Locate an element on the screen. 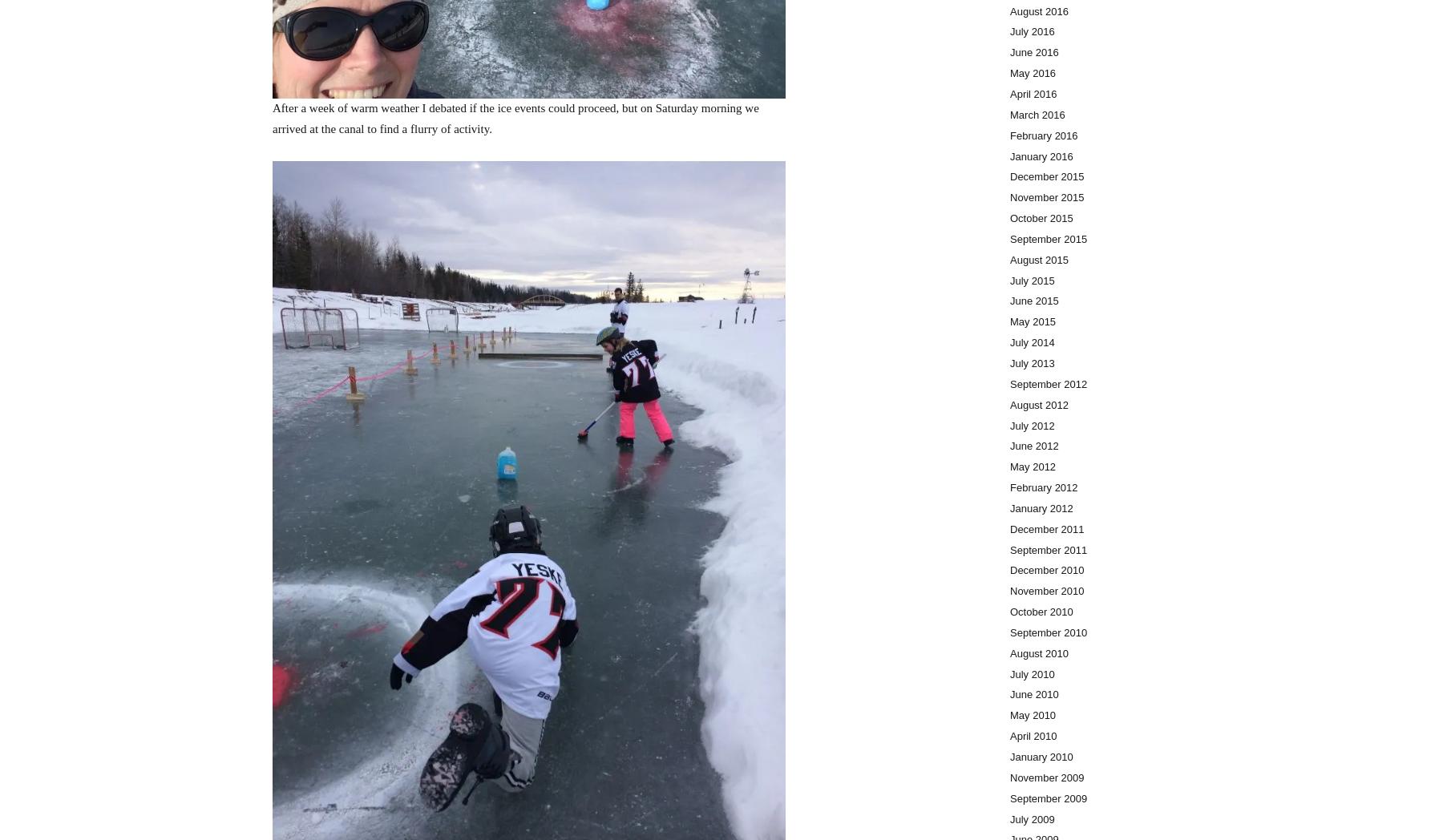 The image size is (1443, 840). 'May 2010' is located at coordinates (1033, 714).